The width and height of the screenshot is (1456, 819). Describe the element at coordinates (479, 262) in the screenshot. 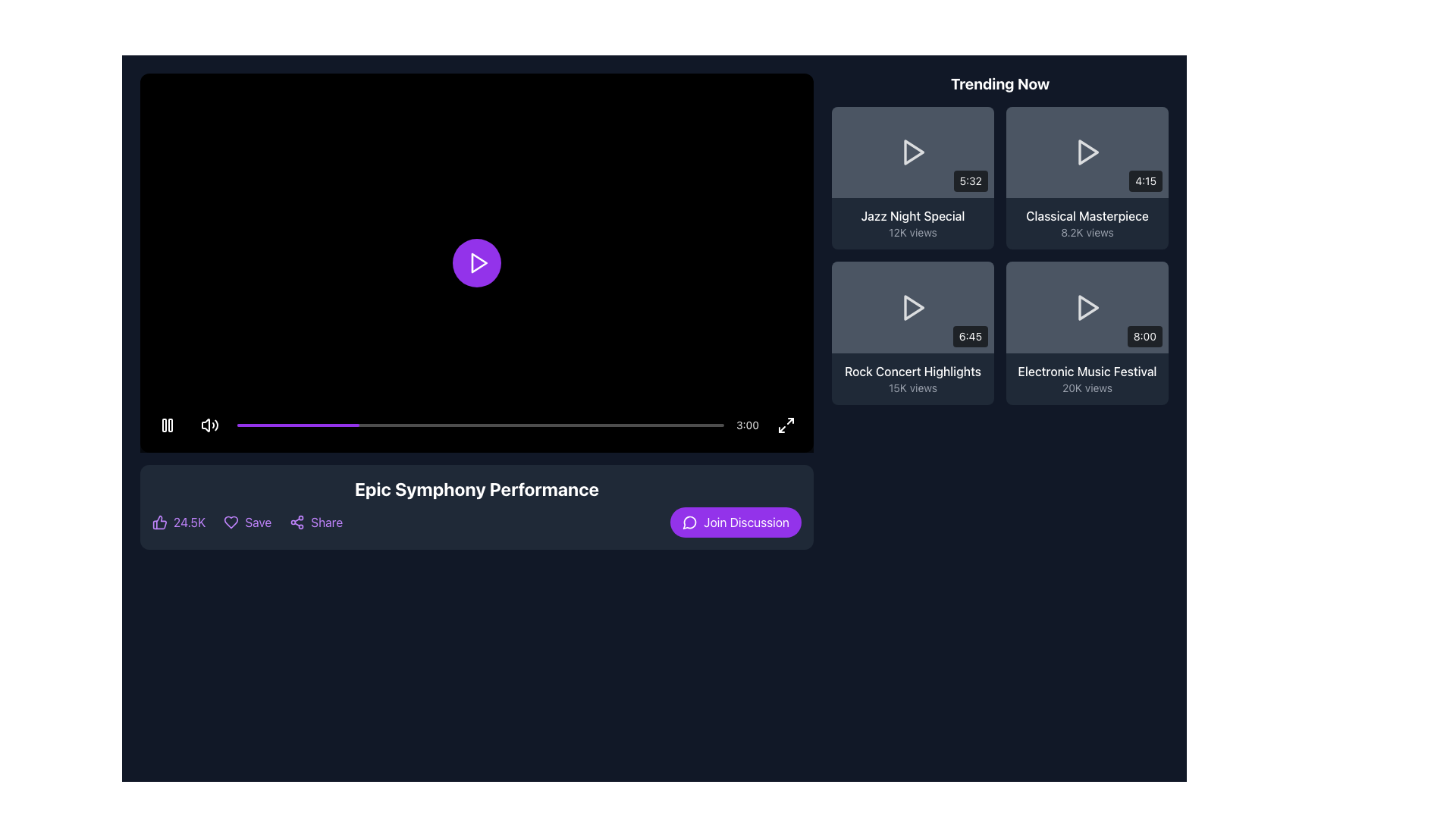

I see `the triangular play icon located within the circular purple button at the center of the black video player area to play the video` at that location.